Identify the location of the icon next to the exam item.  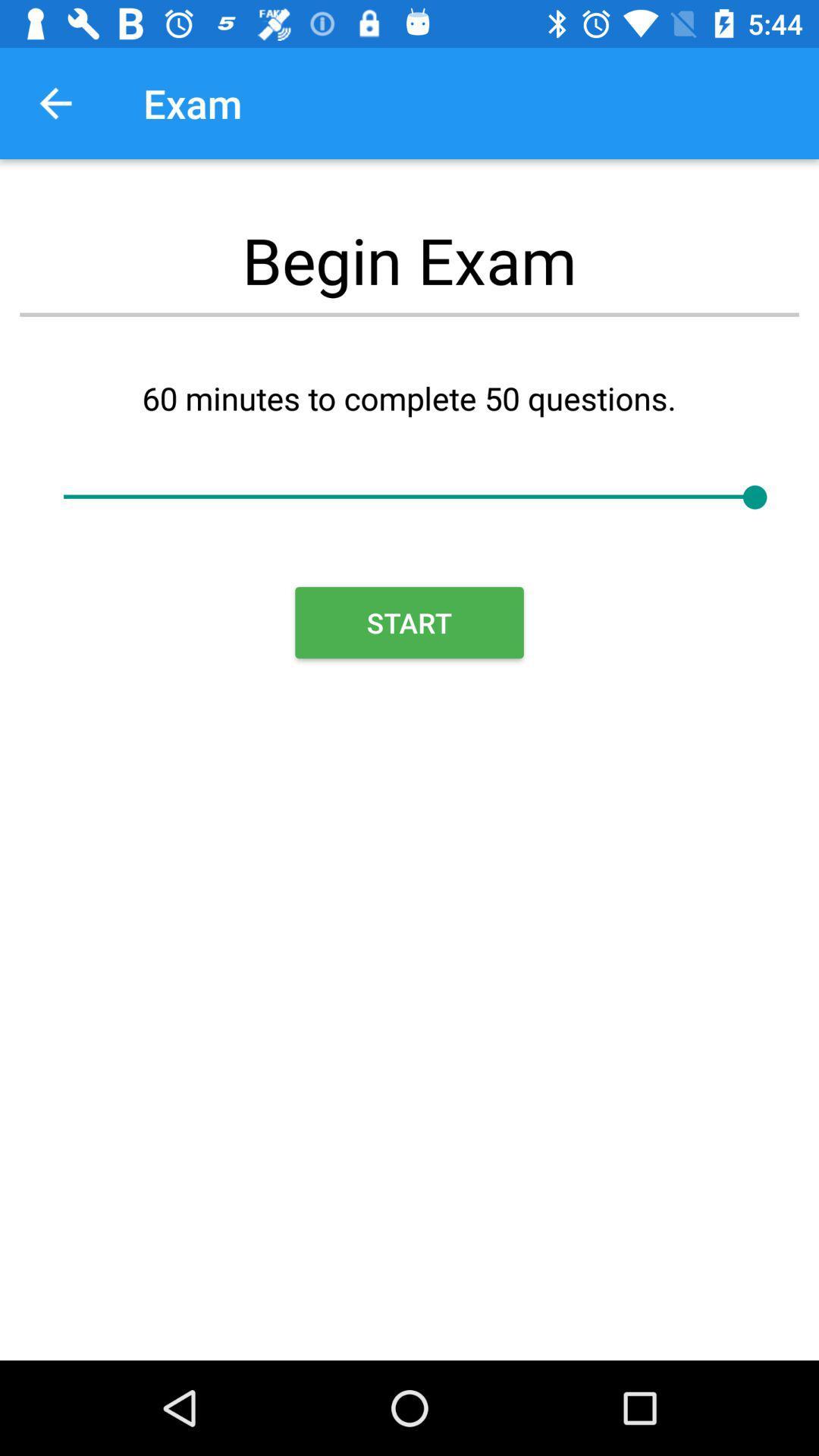
(55, 102).